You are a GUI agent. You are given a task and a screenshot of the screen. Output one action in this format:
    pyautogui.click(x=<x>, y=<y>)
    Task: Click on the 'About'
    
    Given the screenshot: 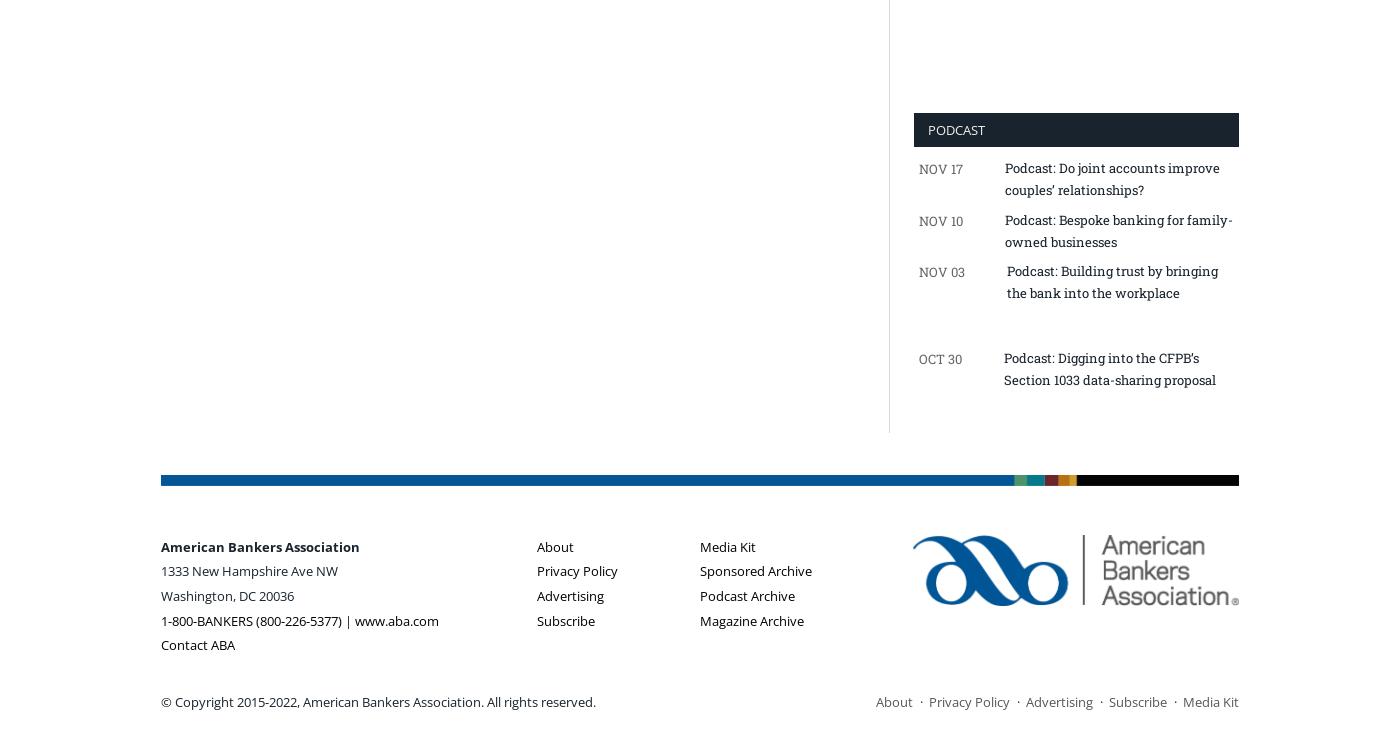 What is the action you would take?
    pyautogui.click(x=555, y=545)
    